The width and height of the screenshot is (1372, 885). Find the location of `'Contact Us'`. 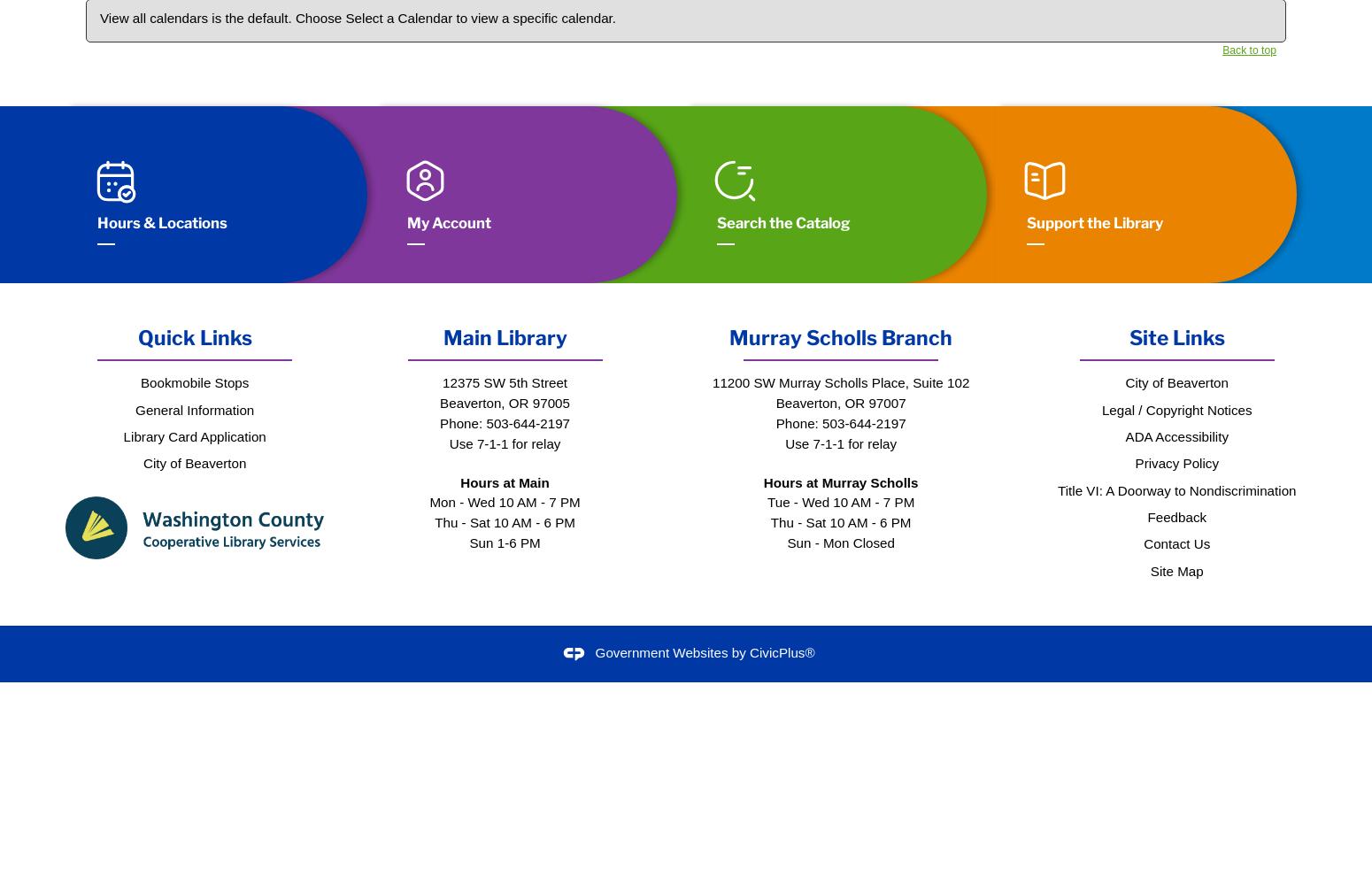

'Contact Us' is located at coordinates (1176, 543).